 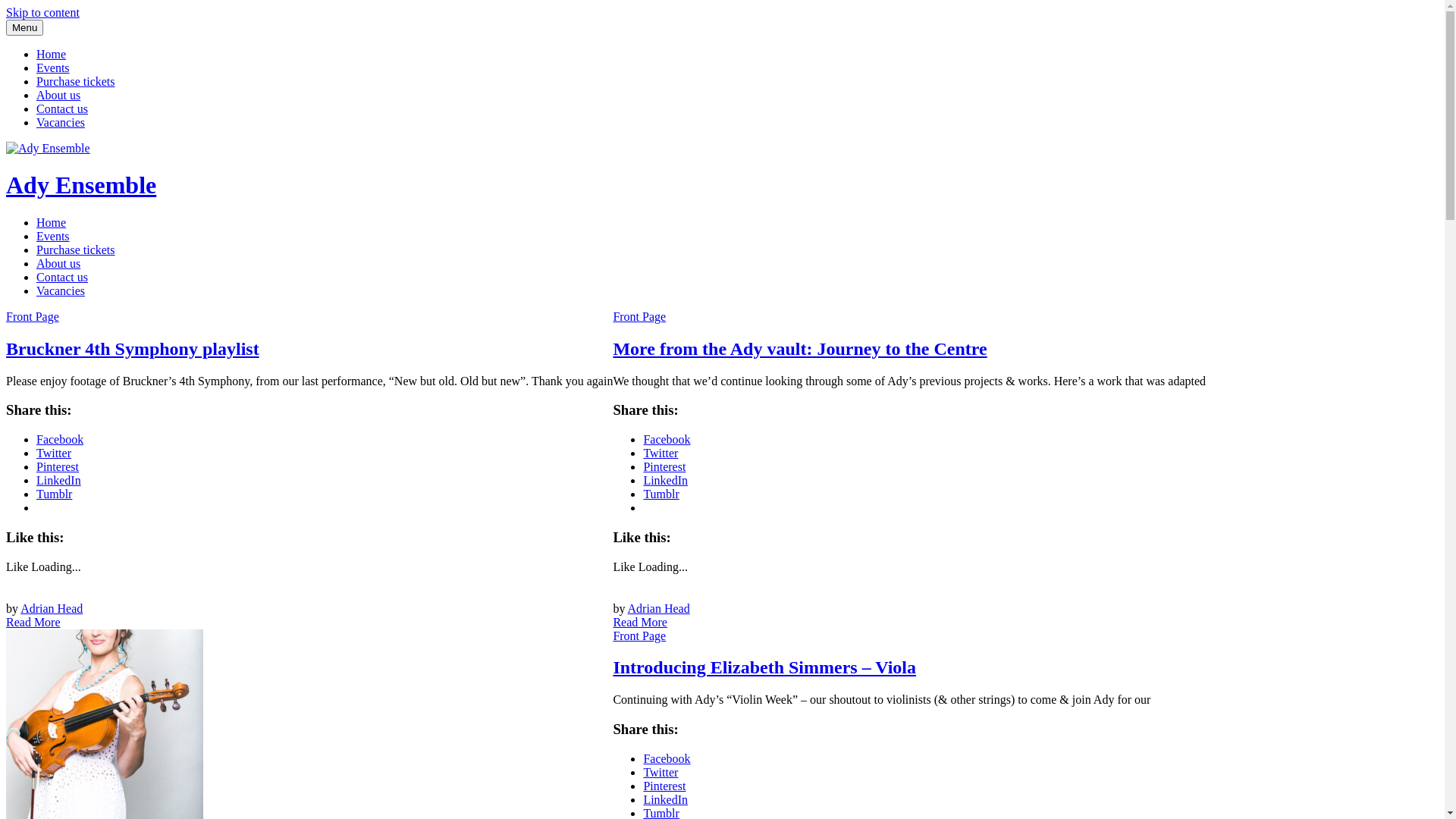 I want to click on 'Bruckner 4th Symphony playlist', so click(x=132, y=348).